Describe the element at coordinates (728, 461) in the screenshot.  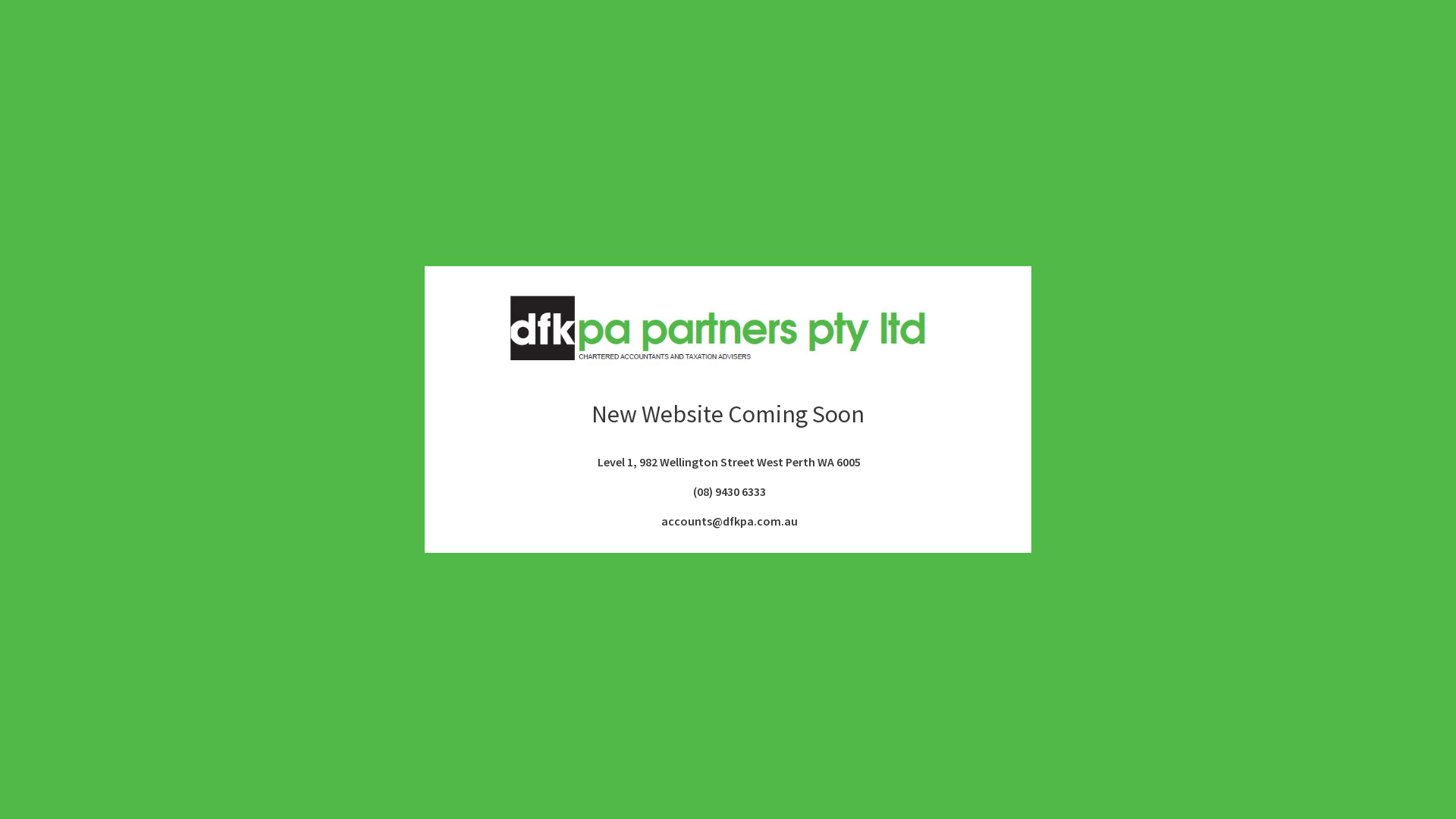
I see `'Level 1, 982 Wellington Street West Perth WA 6005'` at that location.